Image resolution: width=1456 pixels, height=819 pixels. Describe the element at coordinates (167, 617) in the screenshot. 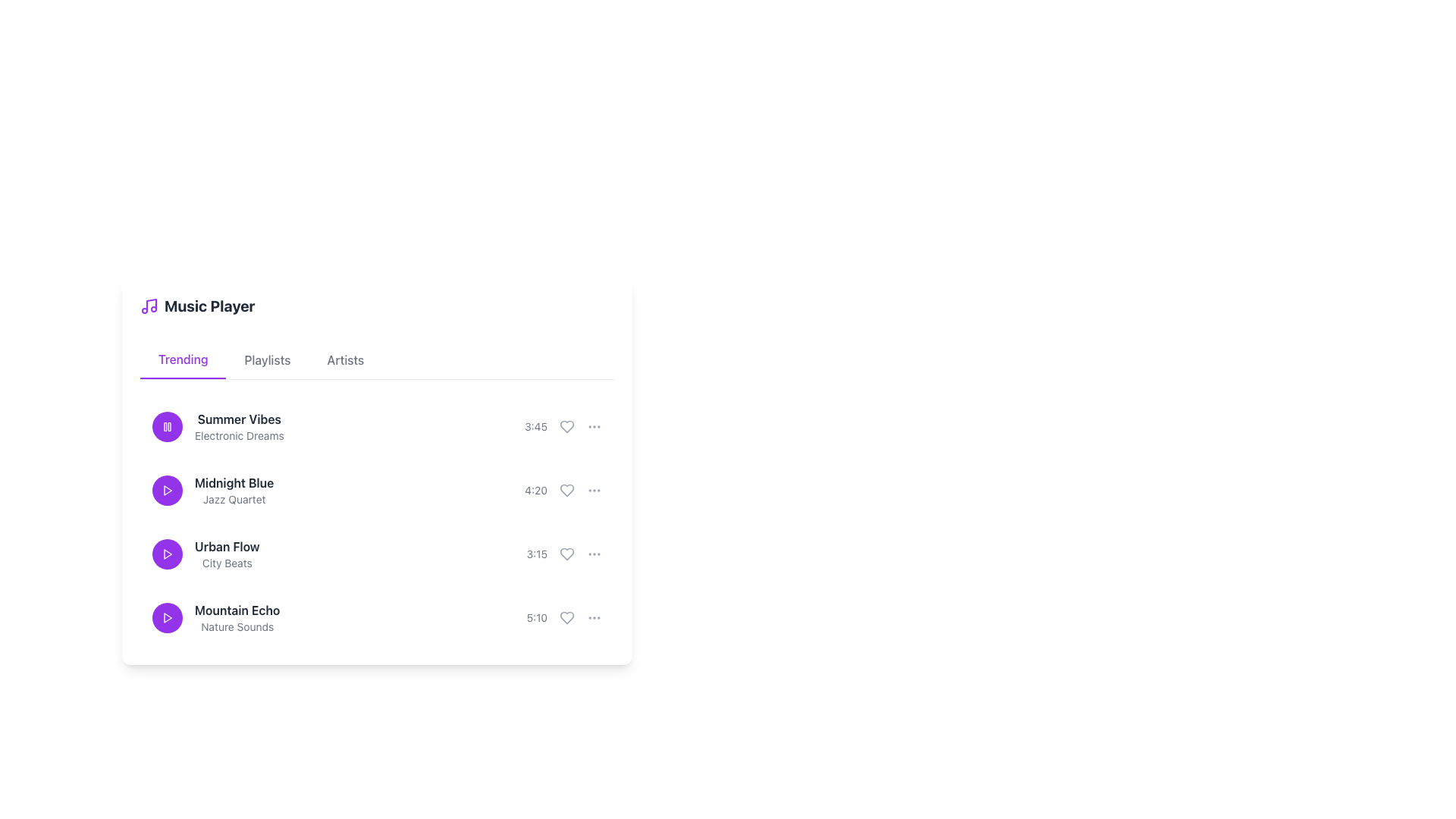

I see `the button located to the left of the text 'Mountain Echo'` at that location.